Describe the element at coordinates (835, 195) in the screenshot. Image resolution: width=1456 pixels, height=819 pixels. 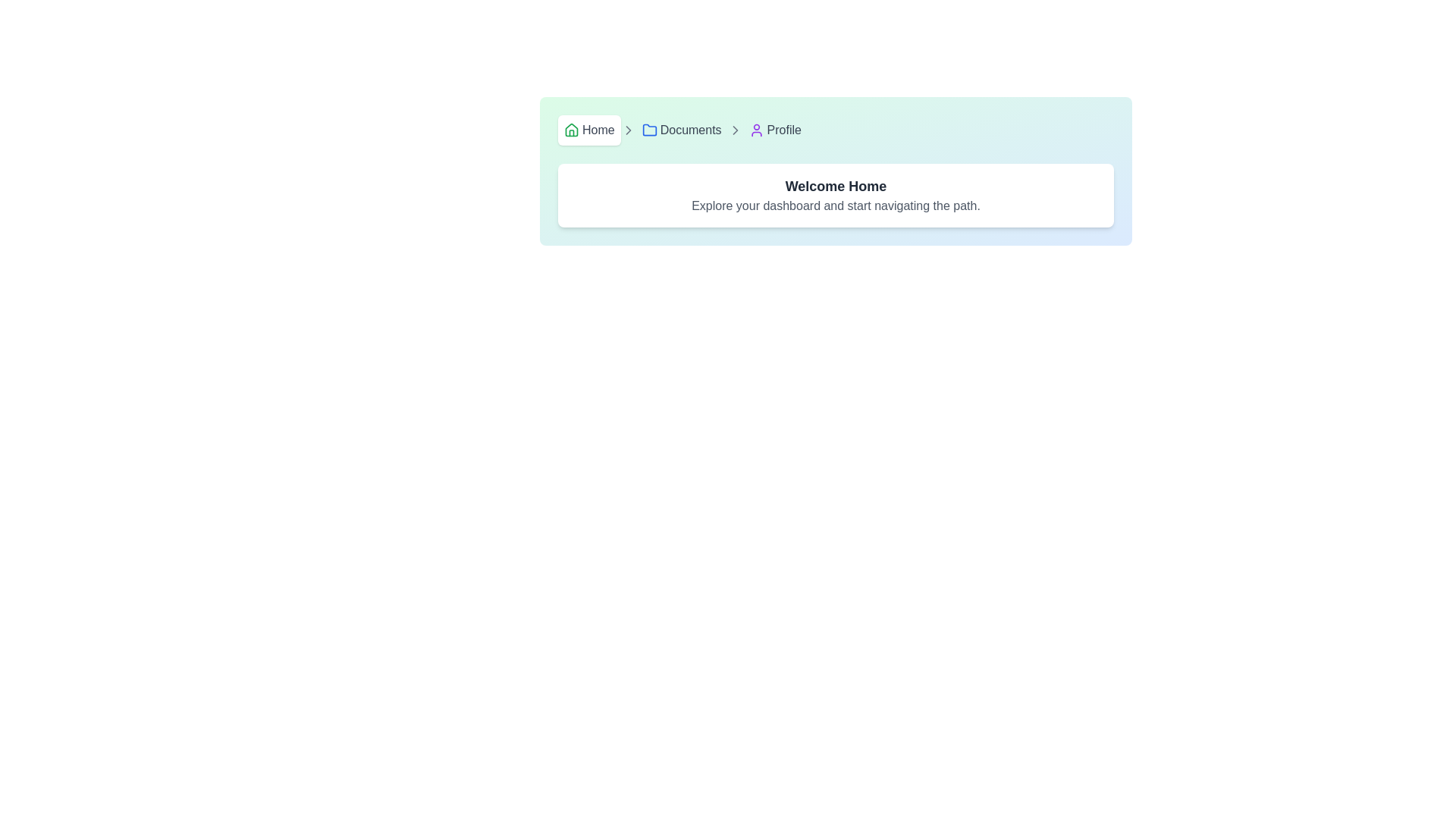
I see `the 'Welcome Home' text block, which is part of a white card with rounded corners and shadow effect, located in the middle of a light blue background` at that location.